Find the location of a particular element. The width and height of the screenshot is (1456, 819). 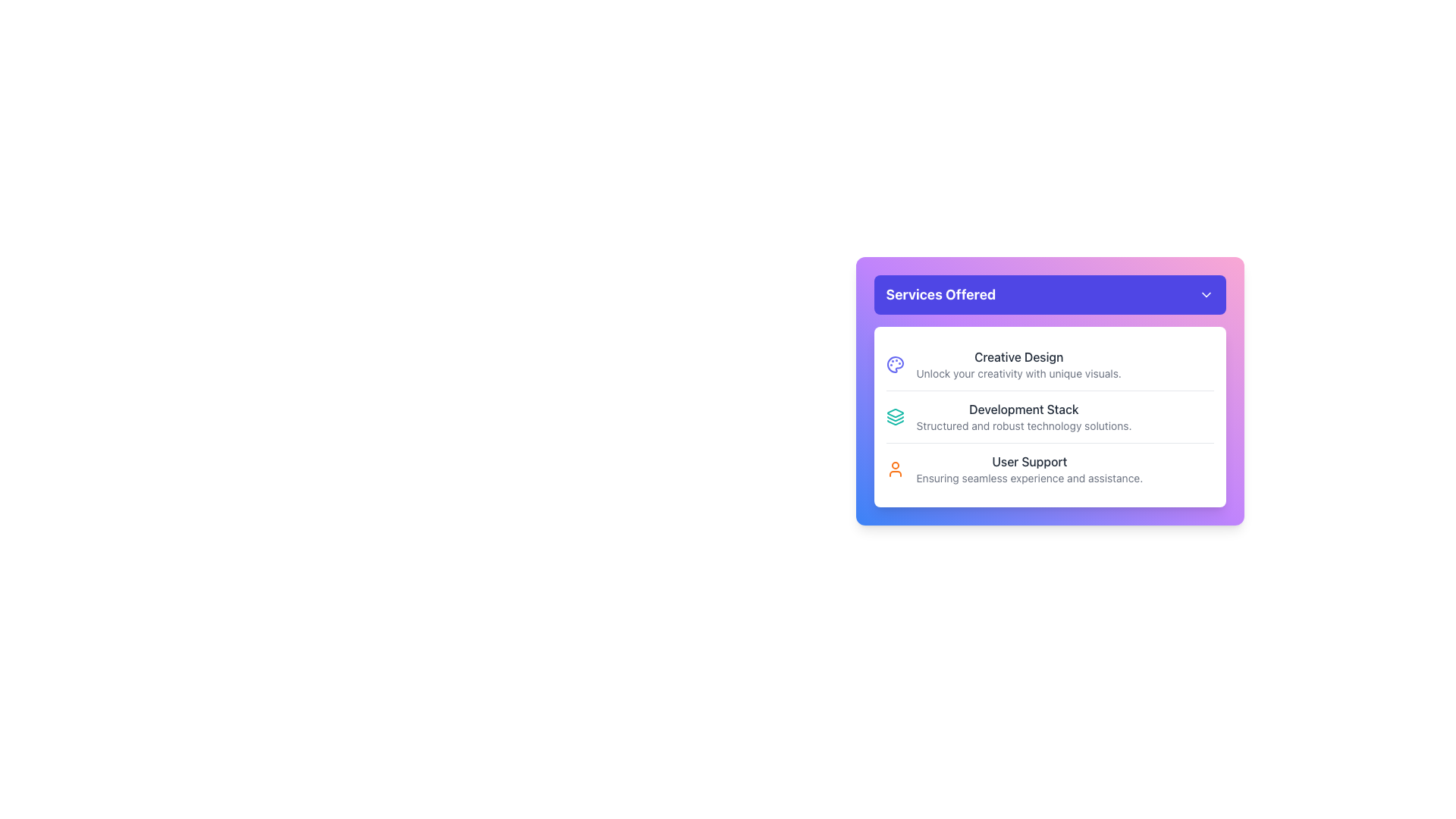

the 'User Support' title text label, which is positioned above the text 'Ensuring seamless experience and assistance.' is located at coordinates (1029, 461).